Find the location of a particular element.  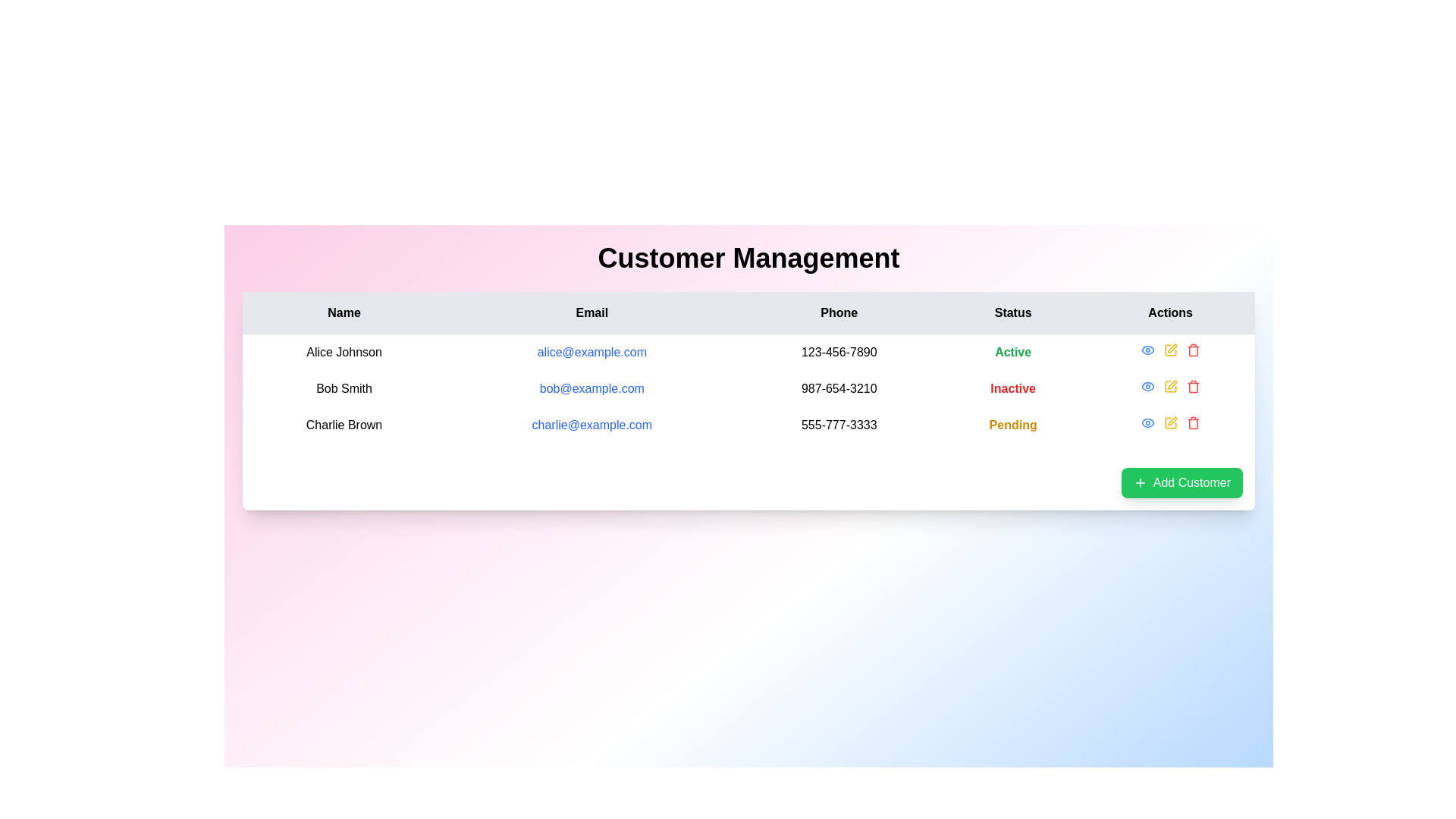

the edit icon button located in the actions column of the second row in the table, positioned between a blue view icon and a red delete icon is located at coordinates (1169, 385).